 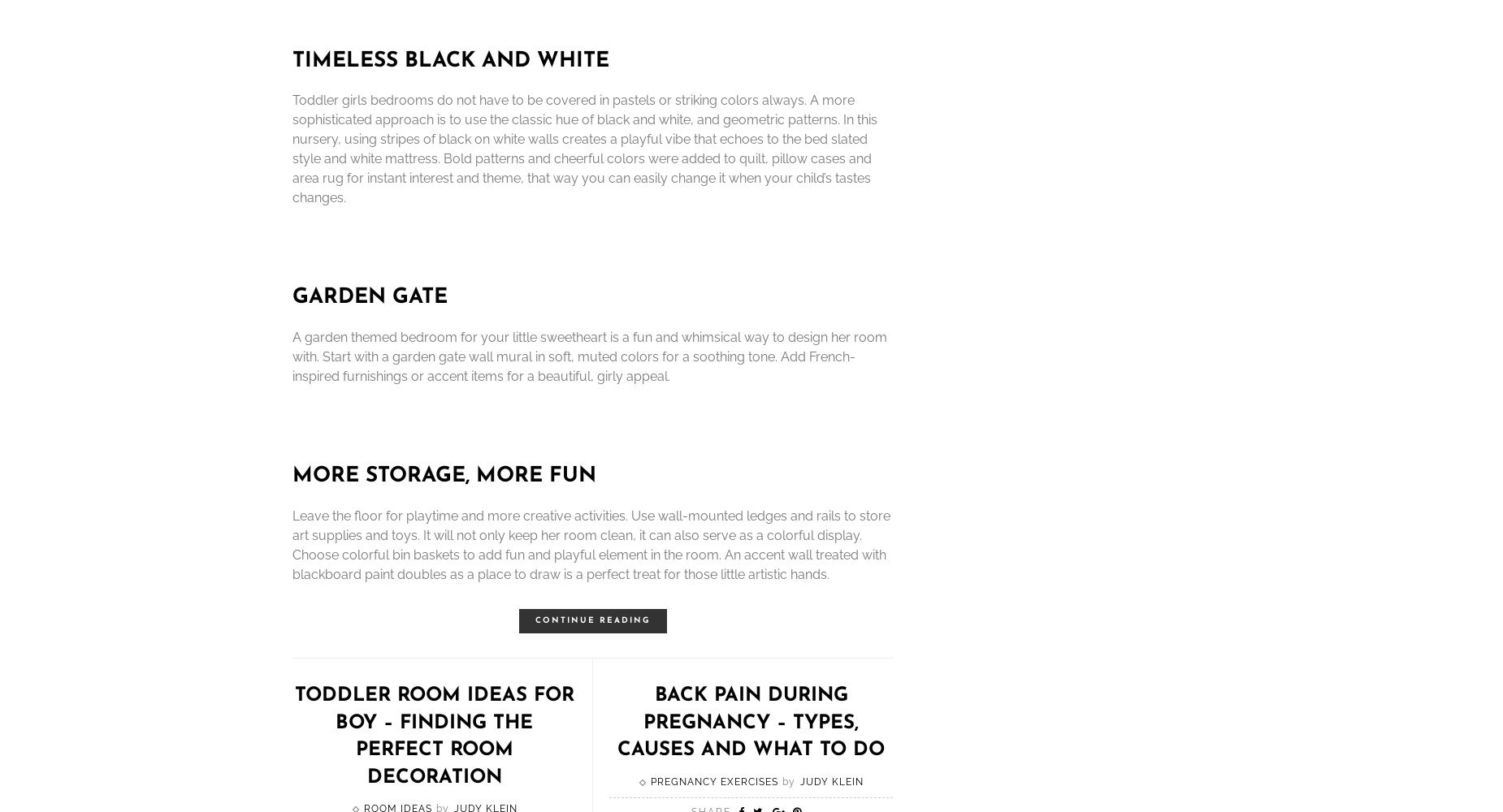 What do you see at coordinates (451, 59) in the screenshot?
I see `'Timeless Black And White'` at bounding box center [451, 59].